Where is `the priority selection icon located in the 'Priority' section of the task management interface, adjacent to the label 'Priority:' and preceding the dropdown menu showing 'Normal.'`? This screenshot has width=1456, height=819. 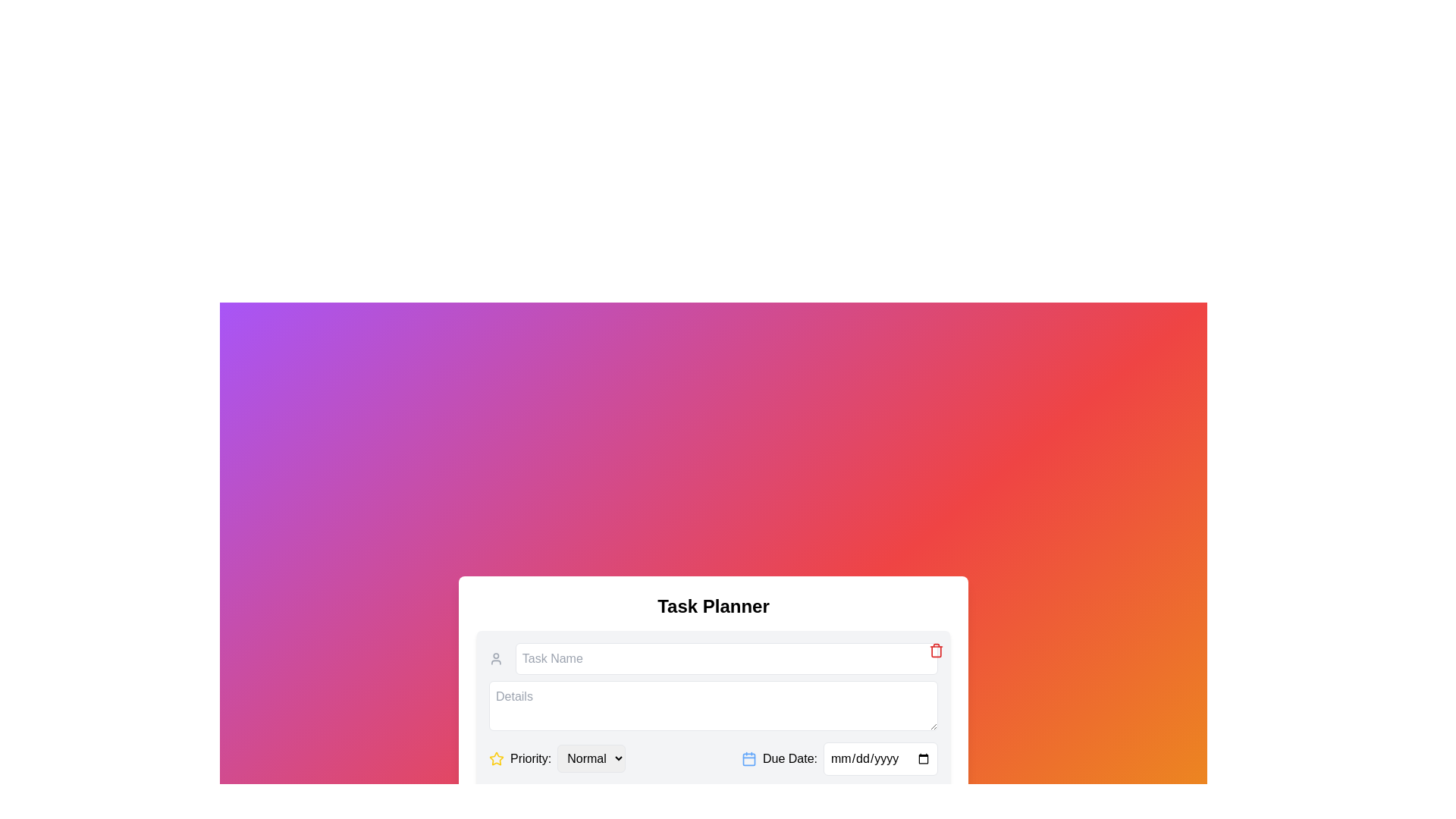
the priority selection icon located in the 'Priority' section of the task management interface, adjacent to the label 'Priority:' and preceding the dropdown menu showing 'Normal.' is located at coordinates (496, 758).